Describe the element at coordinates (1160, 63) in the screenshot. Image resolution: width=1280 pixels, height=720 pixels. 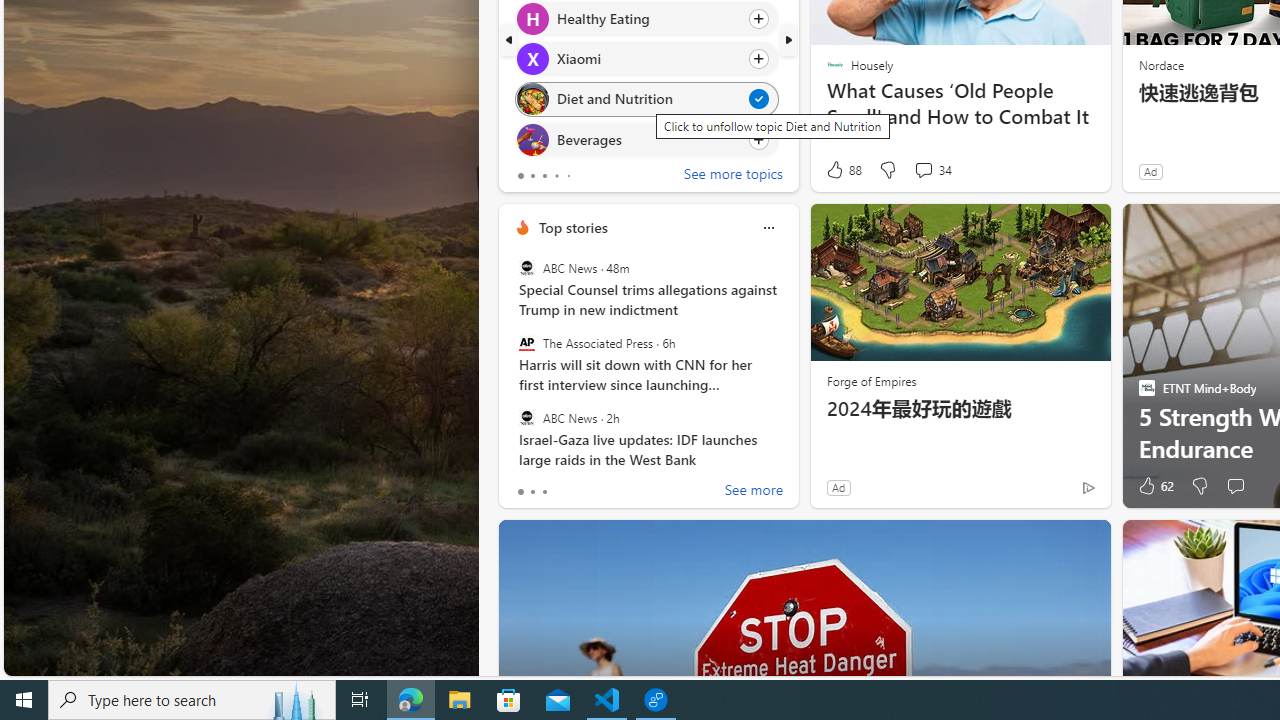
I see `'Nordace'` at that location.